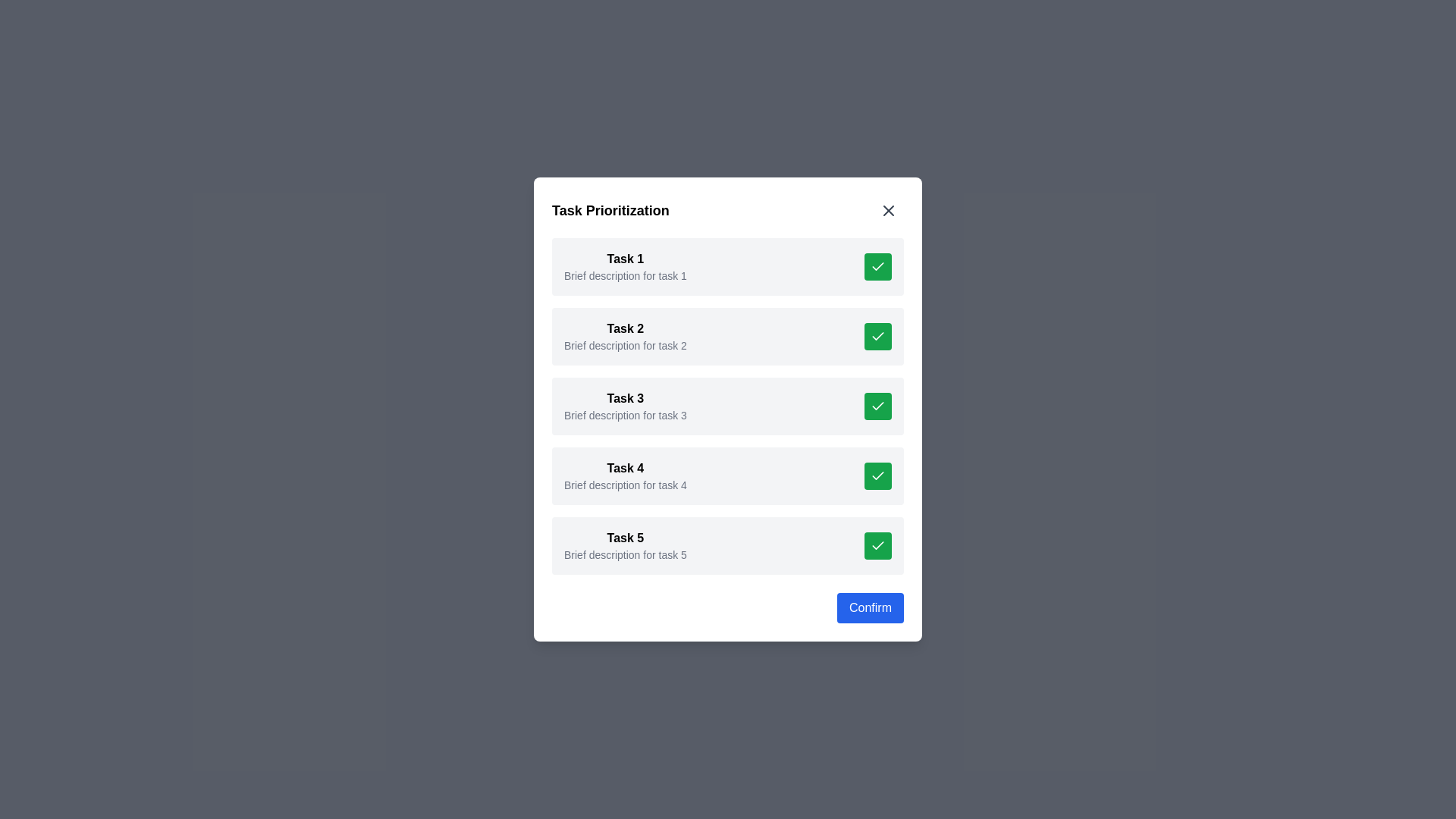 The height and width of the screenshot is (819, 1456). What do you see at coordinates (877, 475) in the screenshot?
I see `the confirmation button for 'Task 4'` at bounding box center [877, 475].